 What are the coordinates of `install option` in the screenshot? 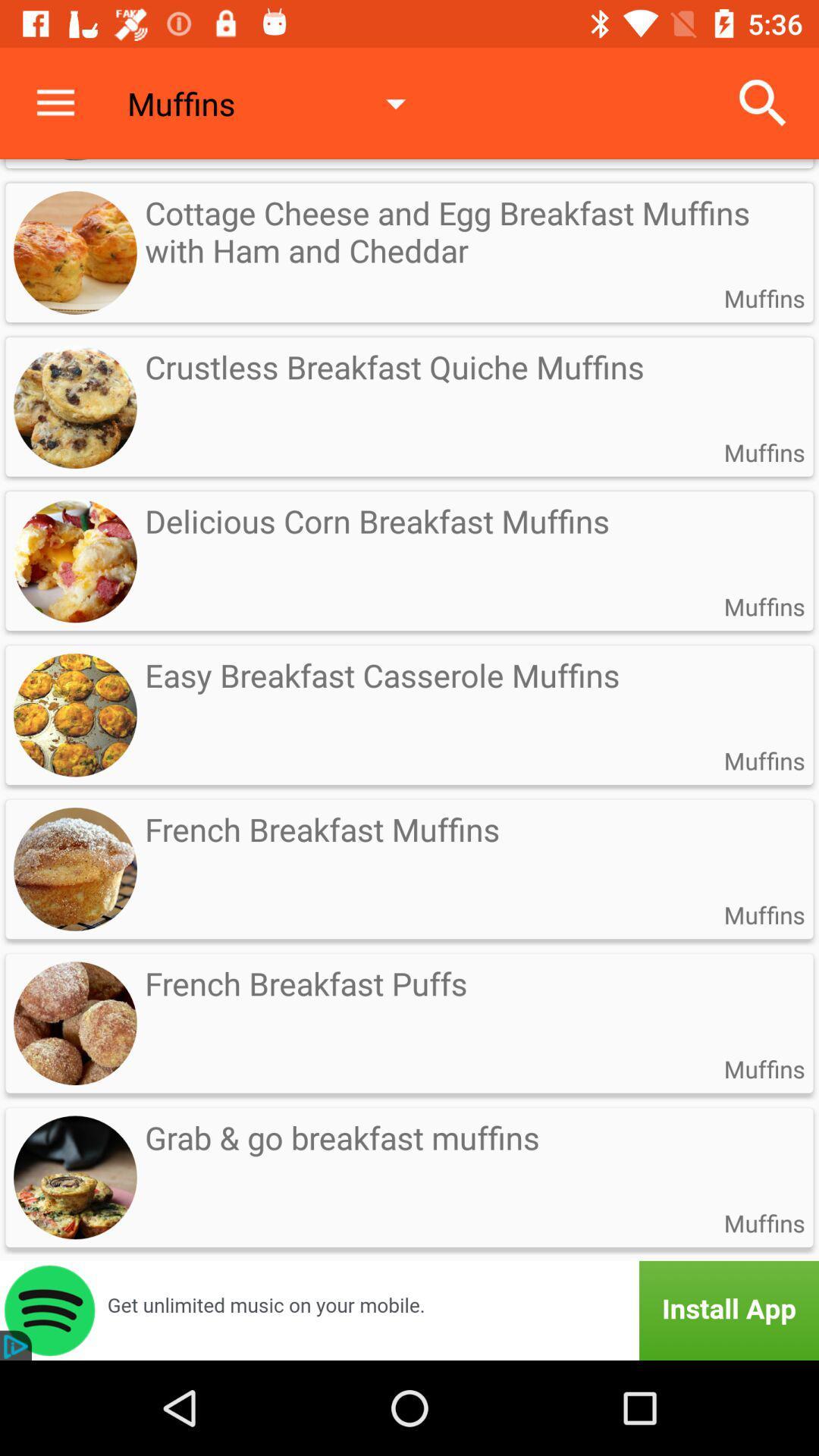 It's located at (409, 1310).